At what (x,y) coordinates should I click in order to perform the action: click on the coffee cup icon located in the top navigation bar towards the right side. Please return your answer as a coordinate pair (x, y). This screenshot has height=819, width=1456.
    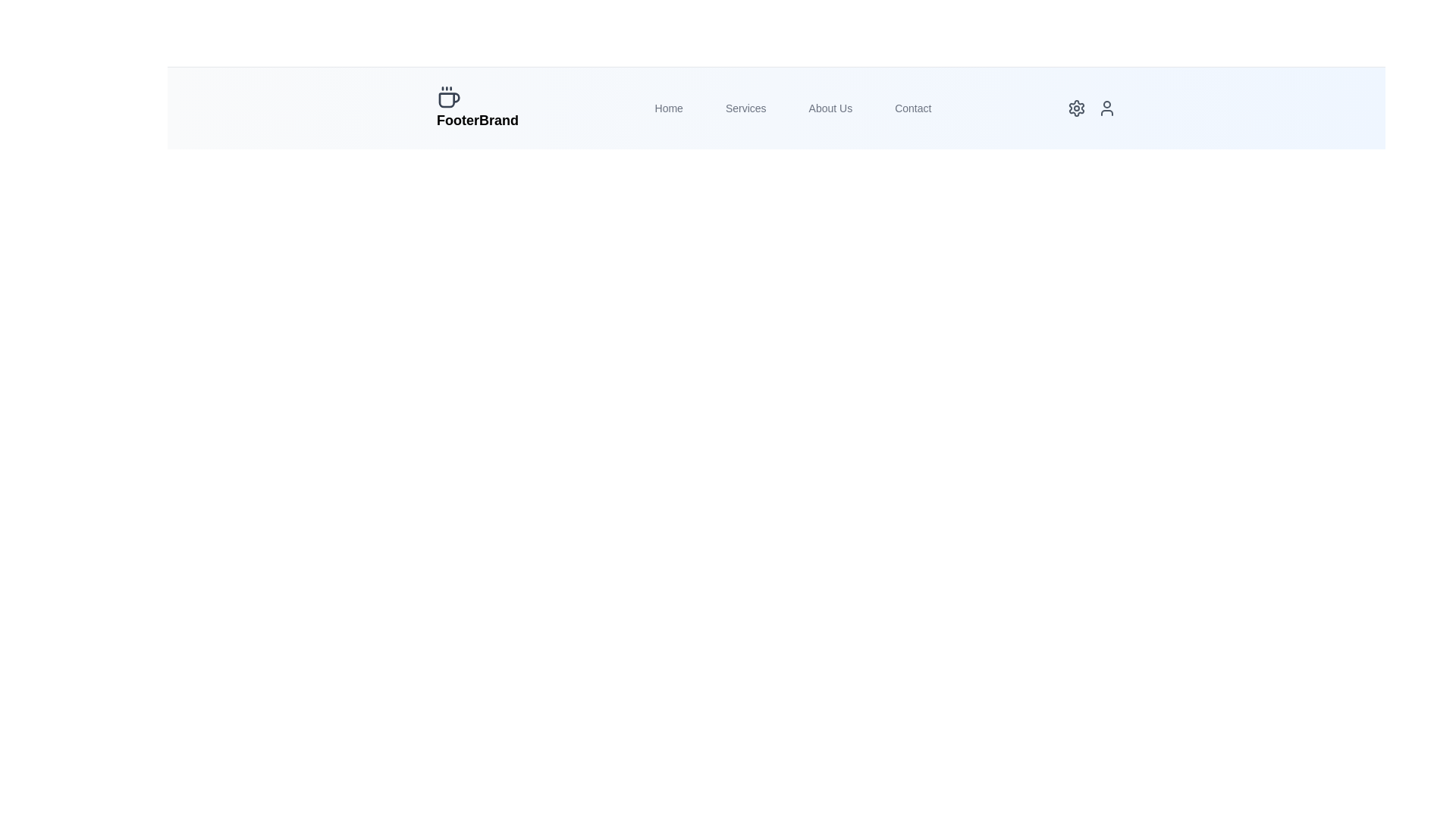
    Looking at the image, I should click on (448, 100).